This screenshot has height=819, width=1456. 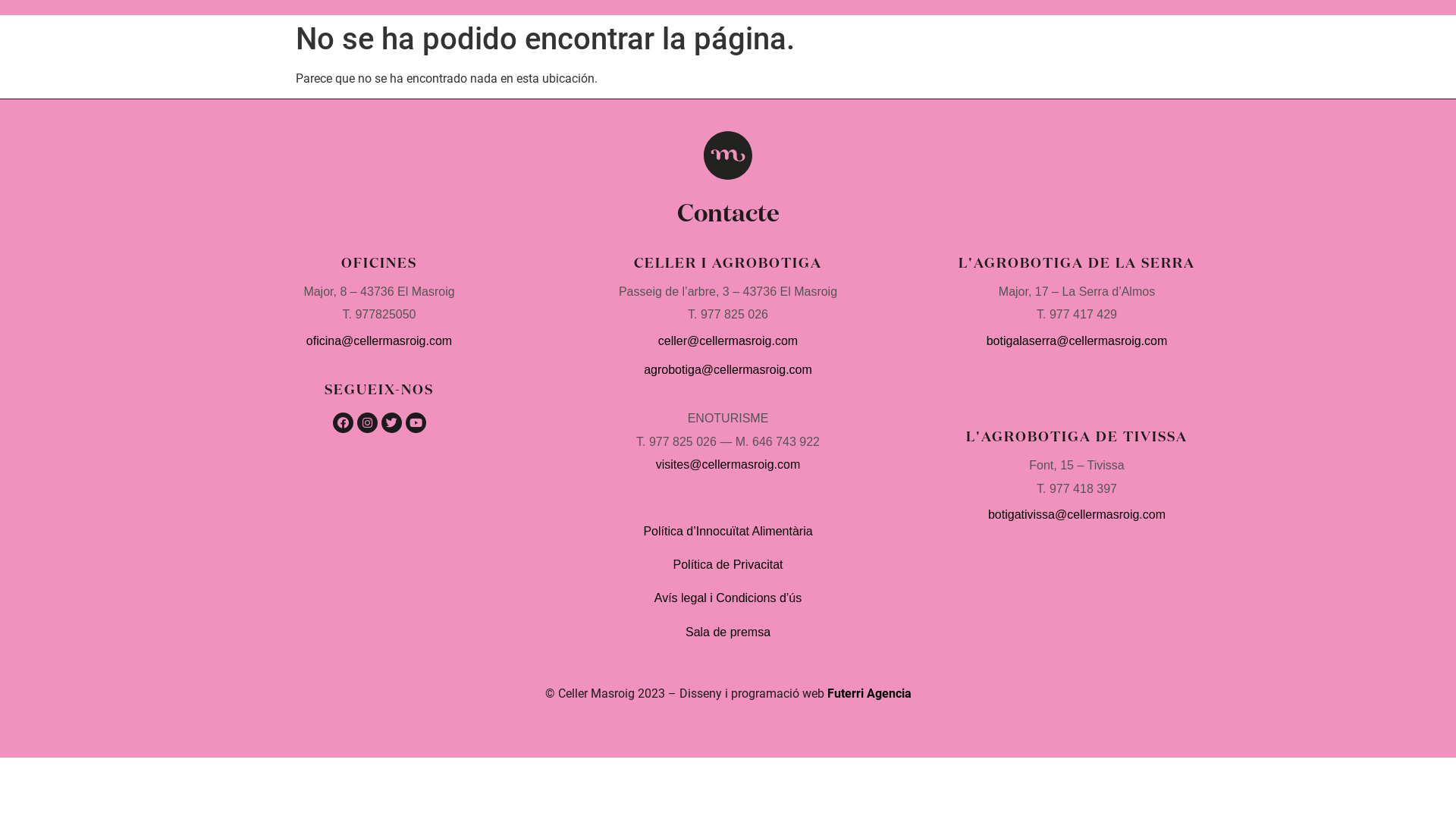 I want to click on '646 743 922', so click(x=786, y=441).